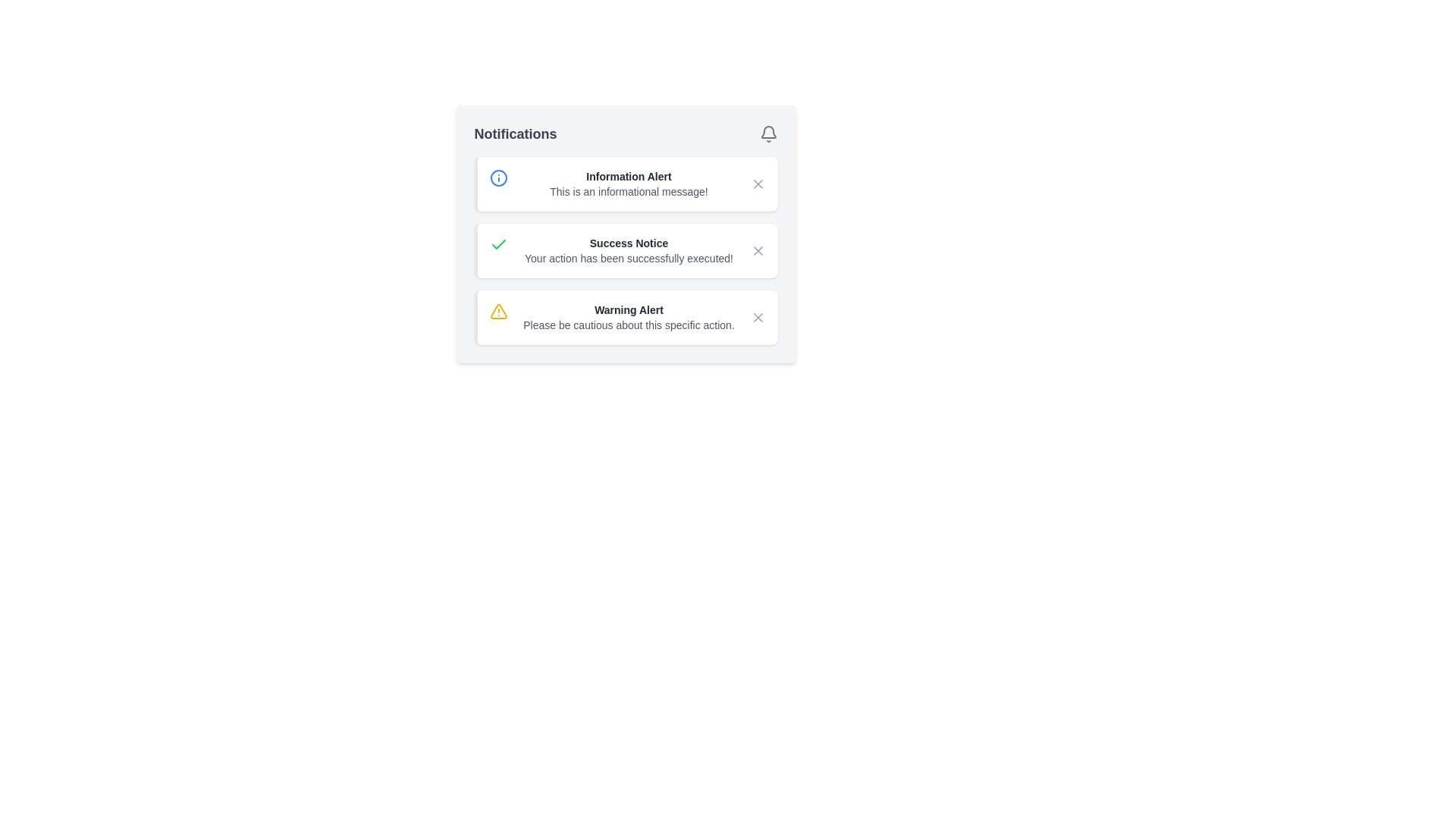 Image resolution: width=1456 pixels, height=819 pixels. Describe the element at coordinates (629, 324) in the screenshot. I see `cautionary note text label located at the bottom of the 'Warning Alert' card in the notification panel, directly below the bold 'Warning Alert' text and the warning icon` at that location.